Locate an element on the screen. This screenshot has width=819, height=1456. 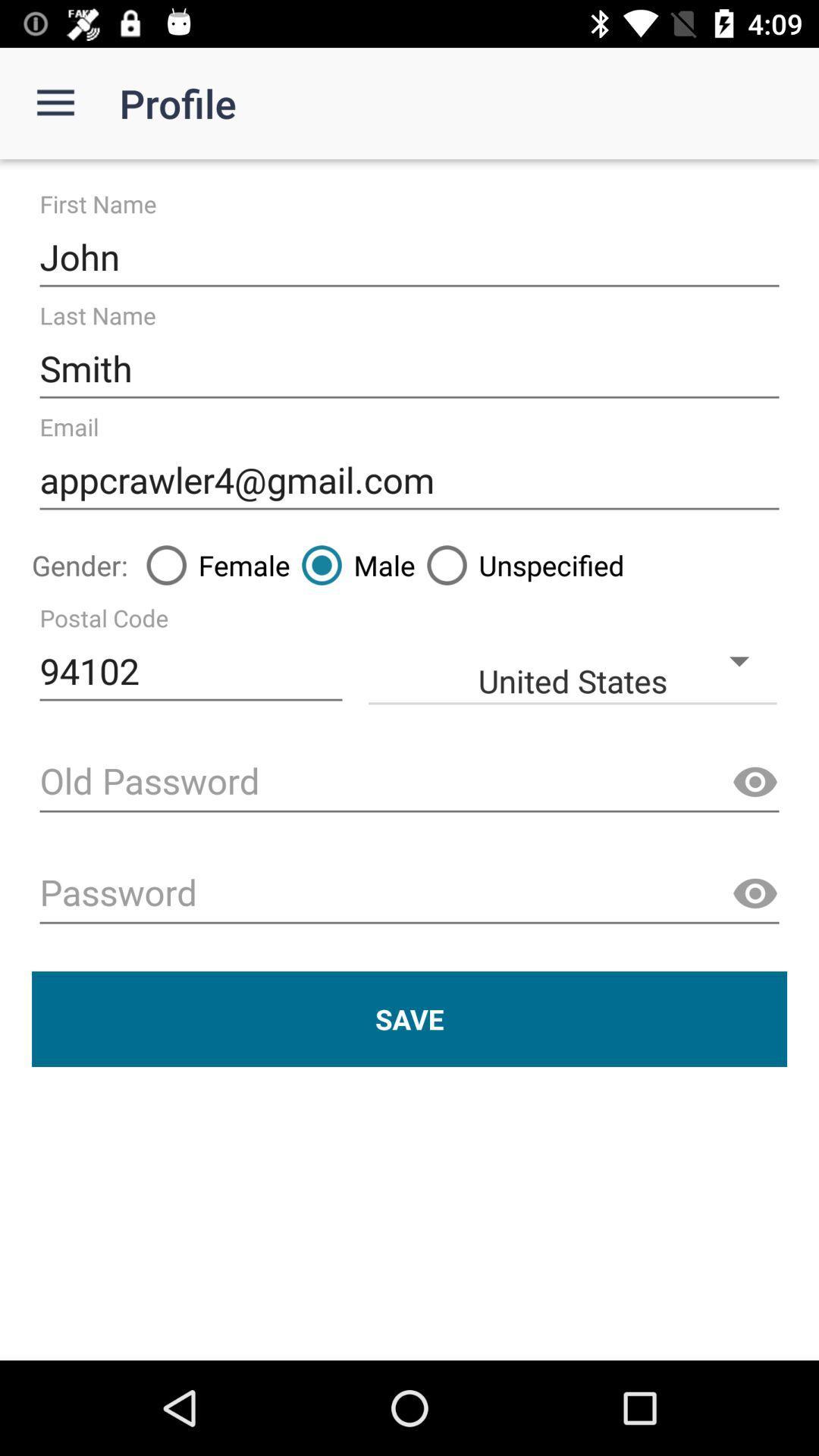
the icon above the female icon is located at coordinates (409, 479).